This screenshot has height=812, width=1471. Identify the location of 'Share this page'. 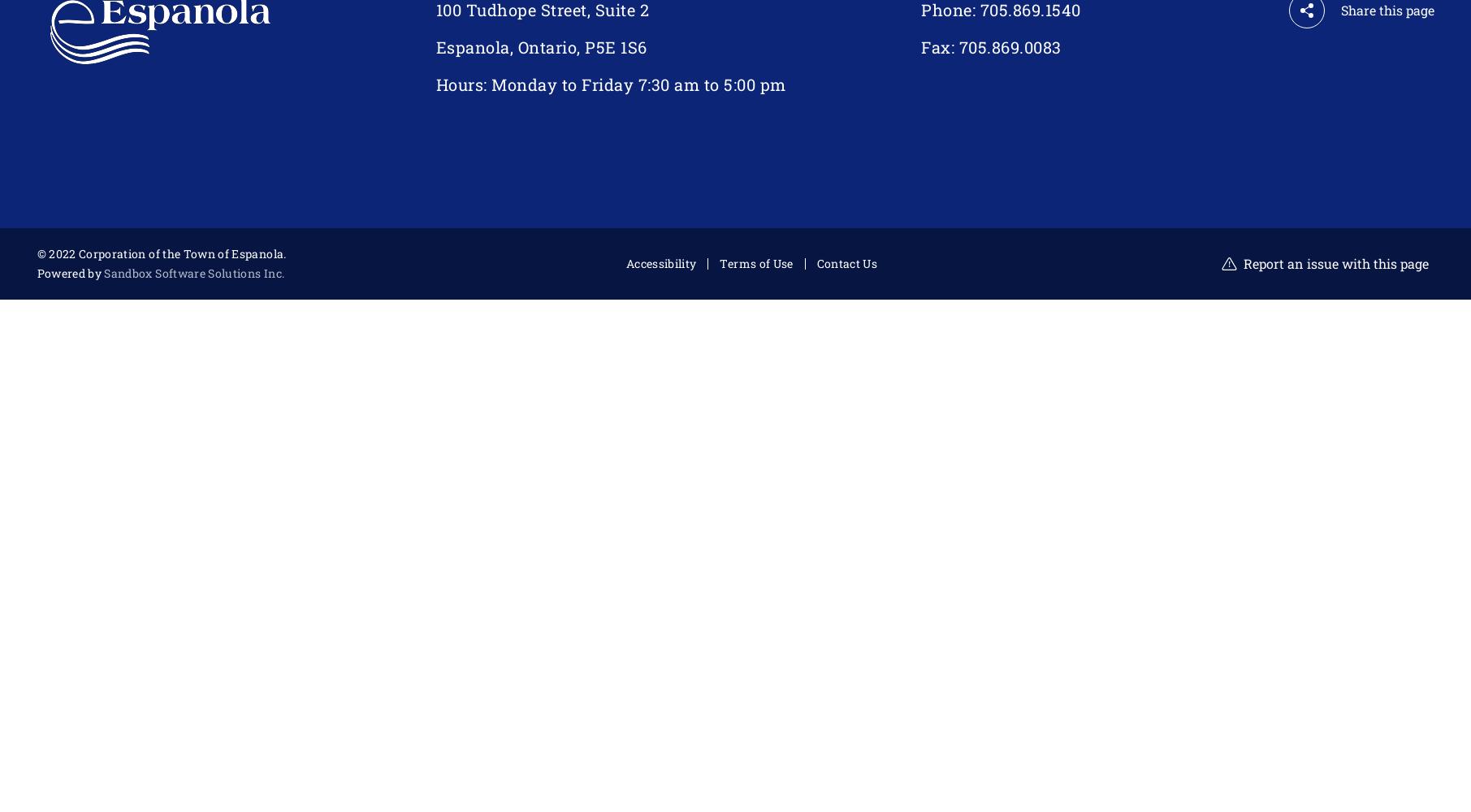
(1387, 10).